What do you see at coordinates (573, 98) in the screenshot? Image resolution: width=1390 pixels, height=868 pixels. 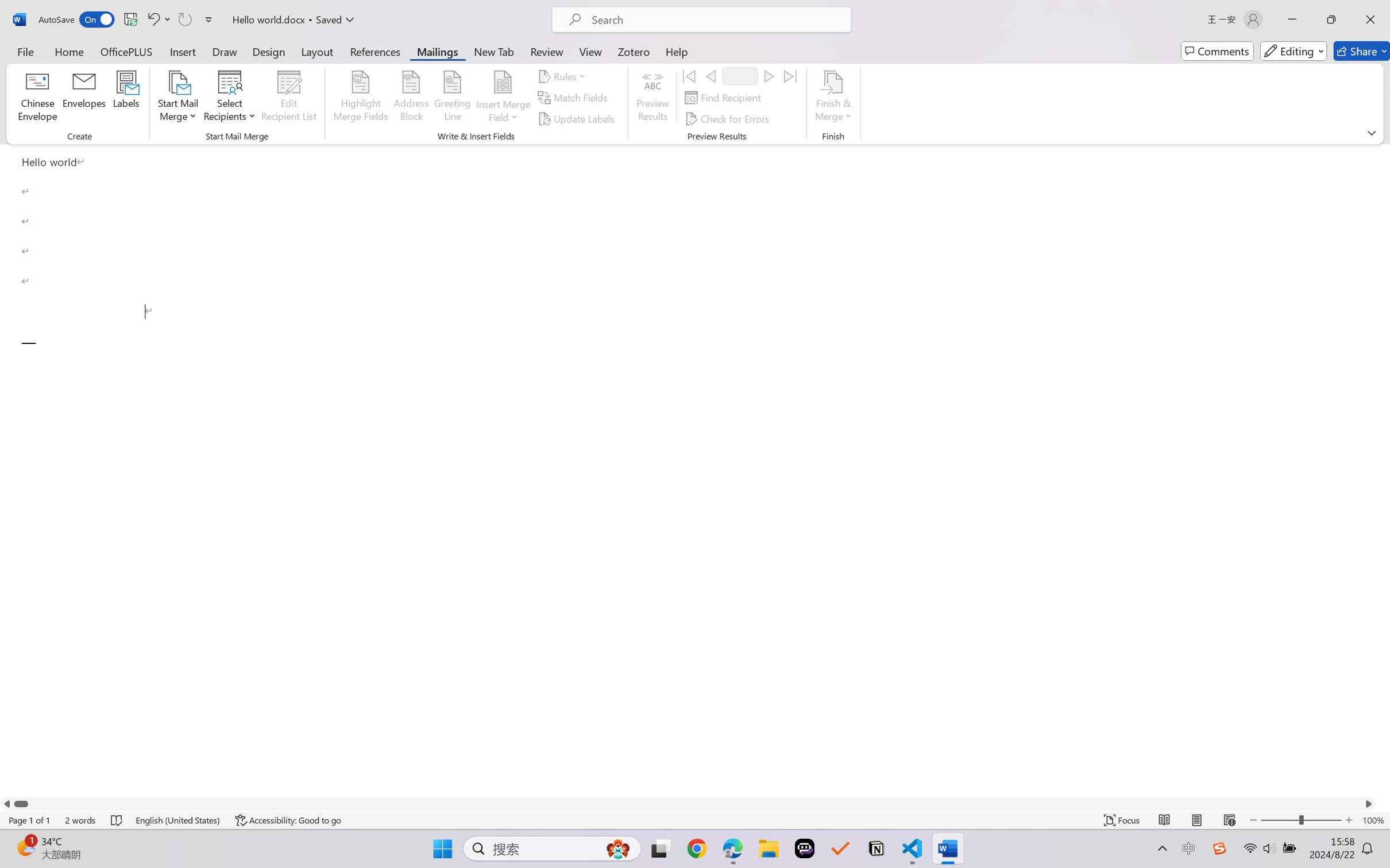 I see `'Match Fields...'` at bounding box center [573, 98].